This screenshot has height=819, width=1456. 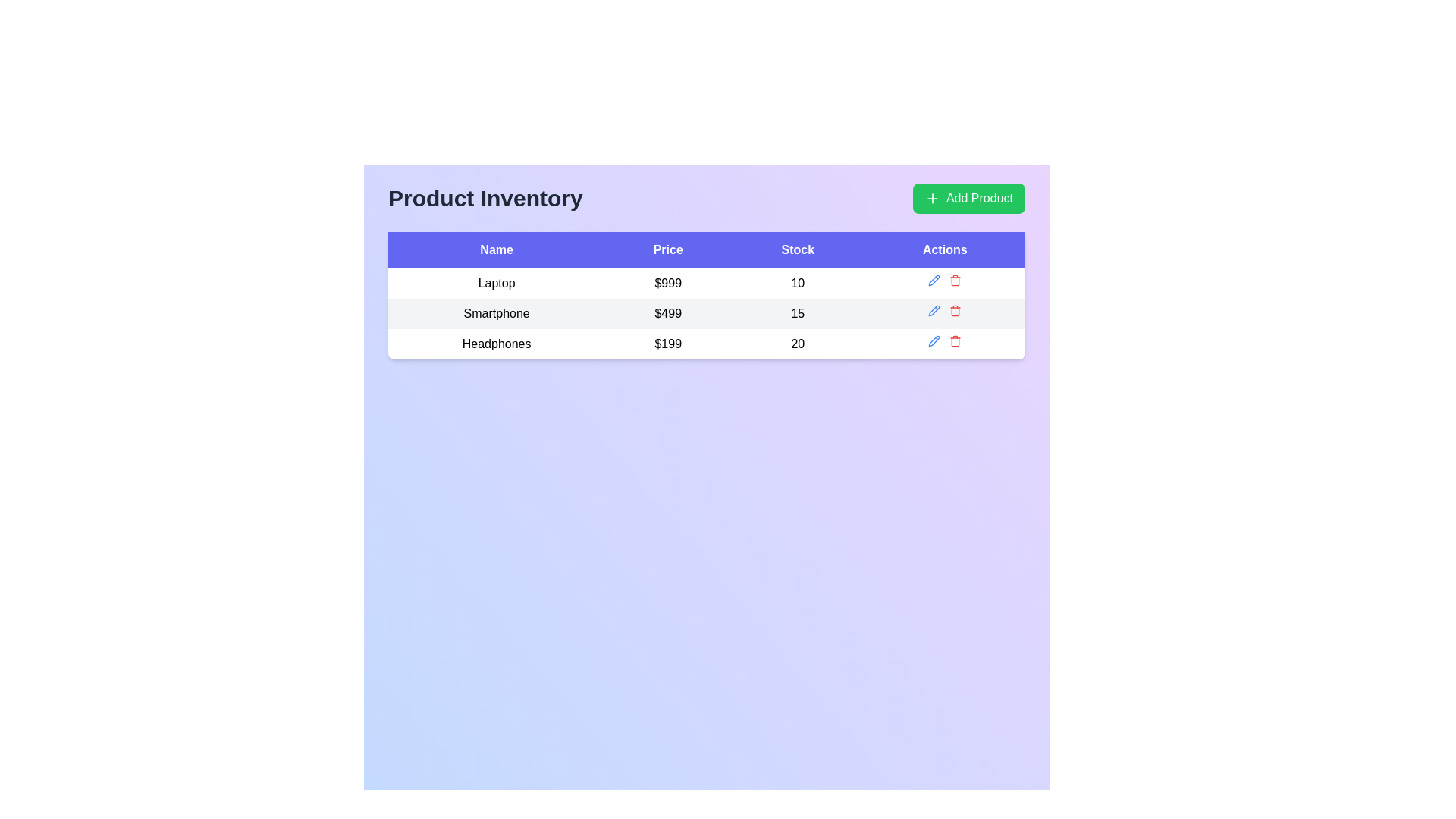 What do you see at coordinates (931, 198) in the screenshot?
I see `the icon located inside the 'Add Product' button, which visually reinforces the functionality of adding new items, positioned at the top-right corner of the content section` at bounding box center [931, 198].